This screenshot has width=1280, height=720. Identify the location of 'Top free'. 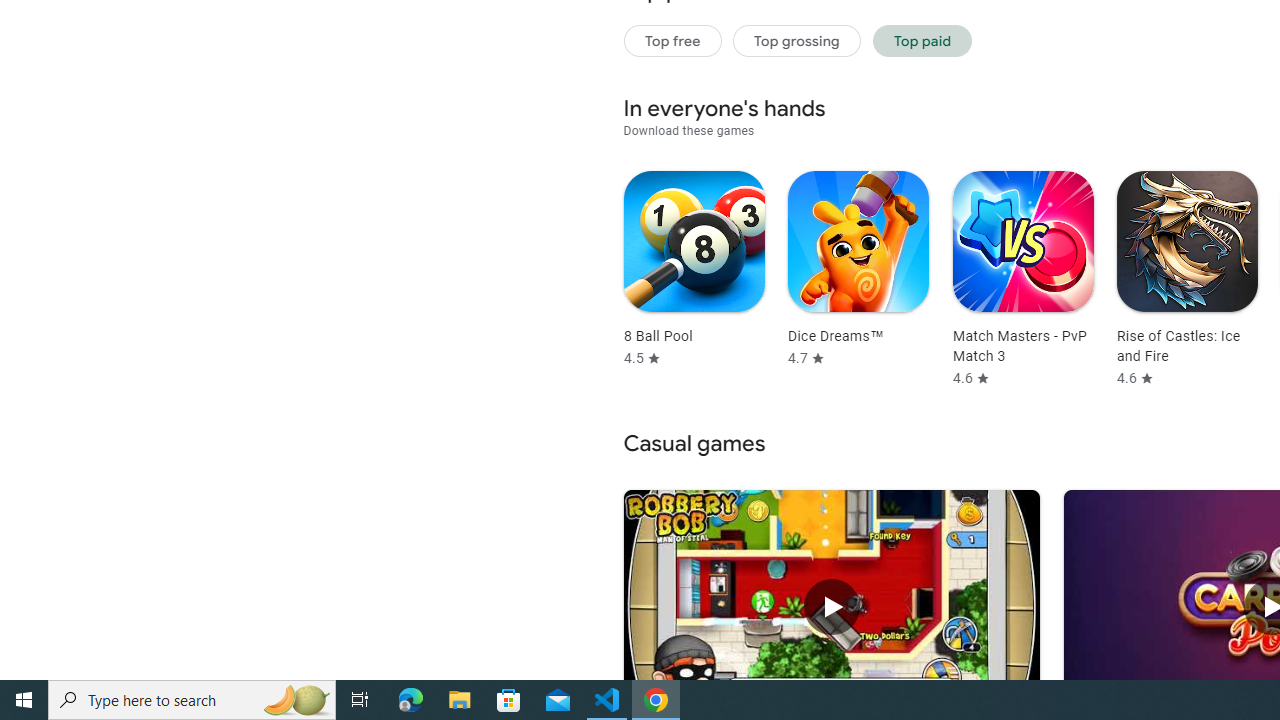
(672, 40).